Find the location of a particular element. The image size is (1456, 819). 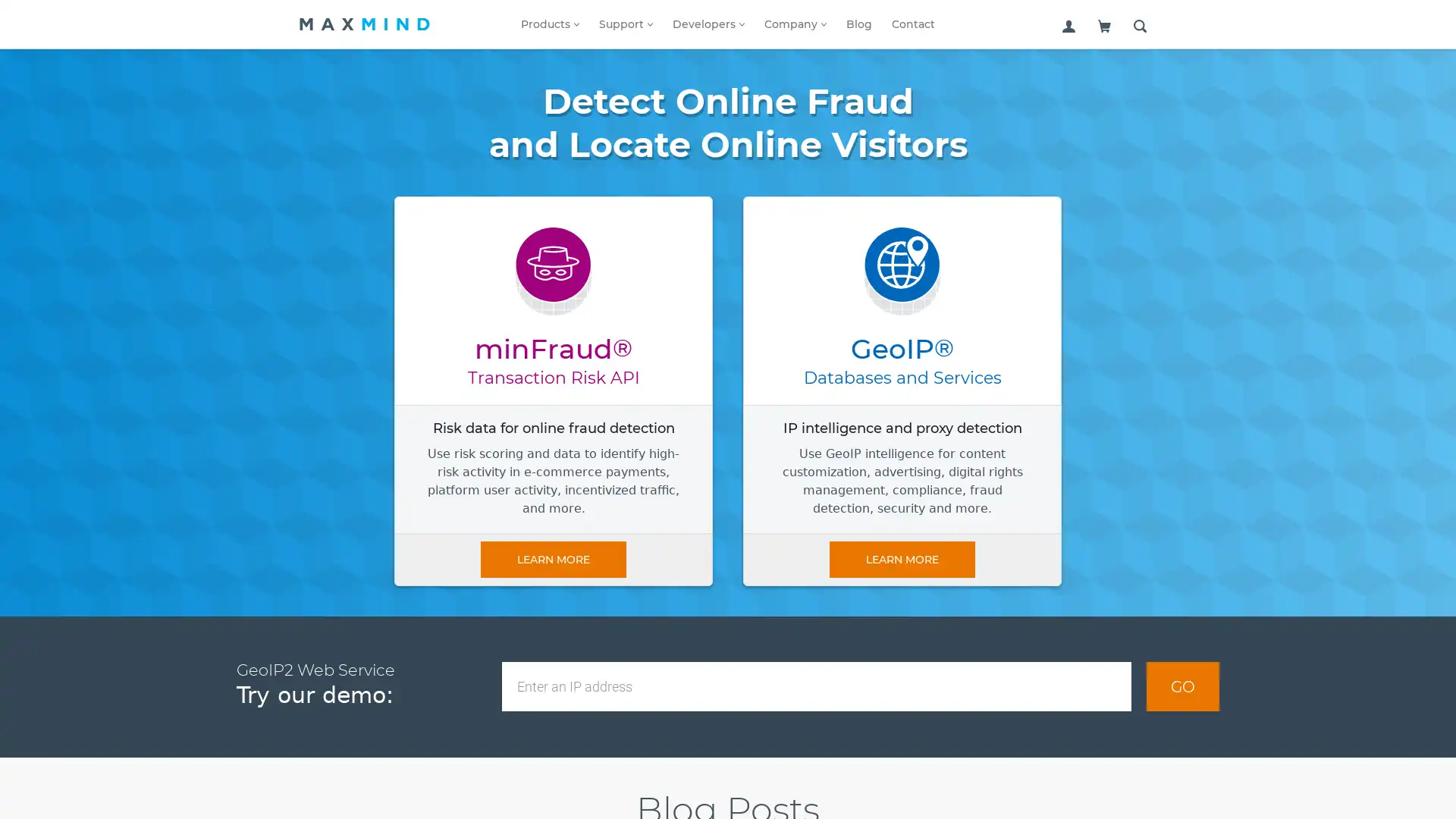

go is located at coordinates (1182, 686).